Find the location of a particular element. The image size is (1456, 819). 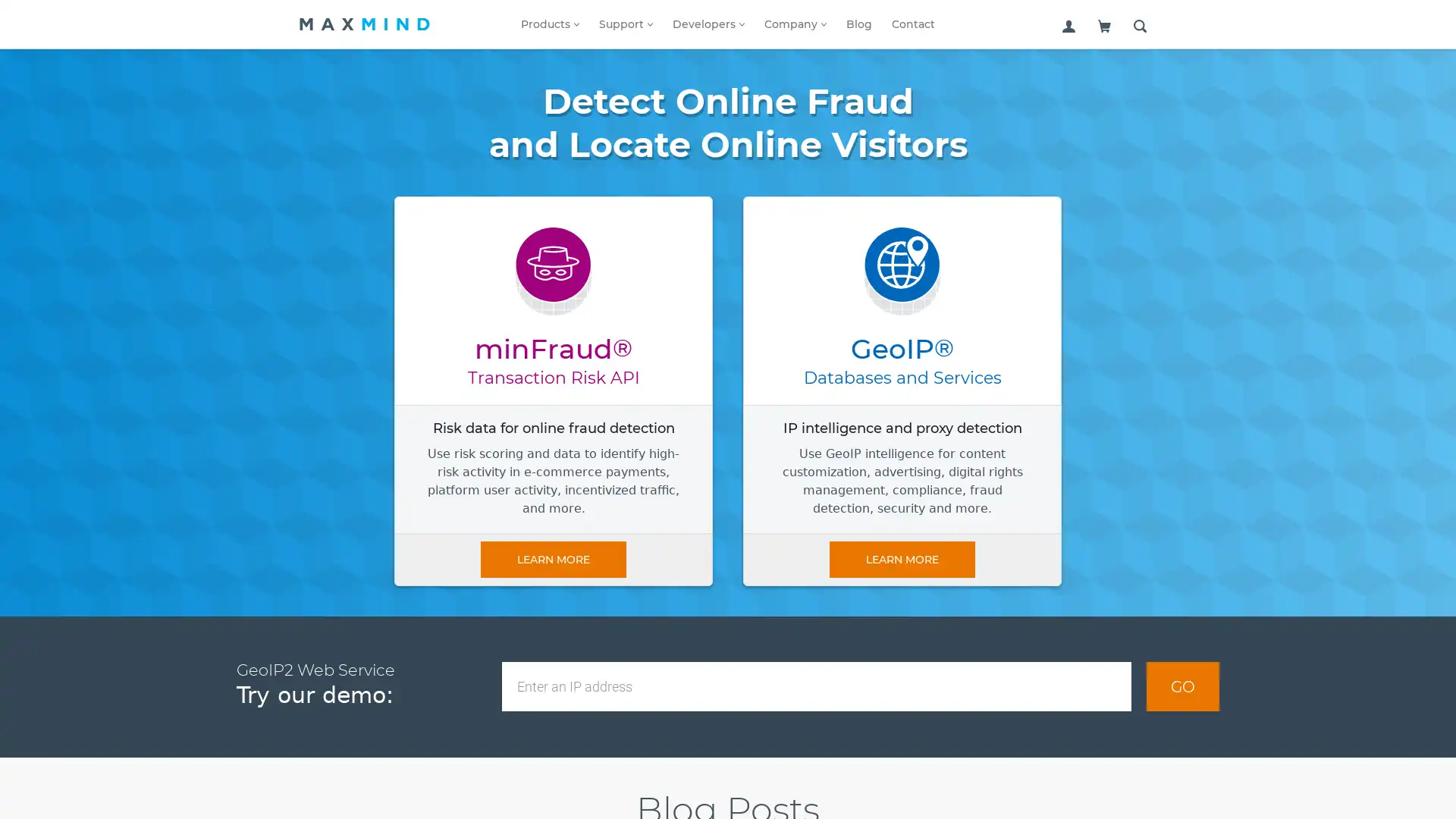

go is located at coordinates (1182, 686).